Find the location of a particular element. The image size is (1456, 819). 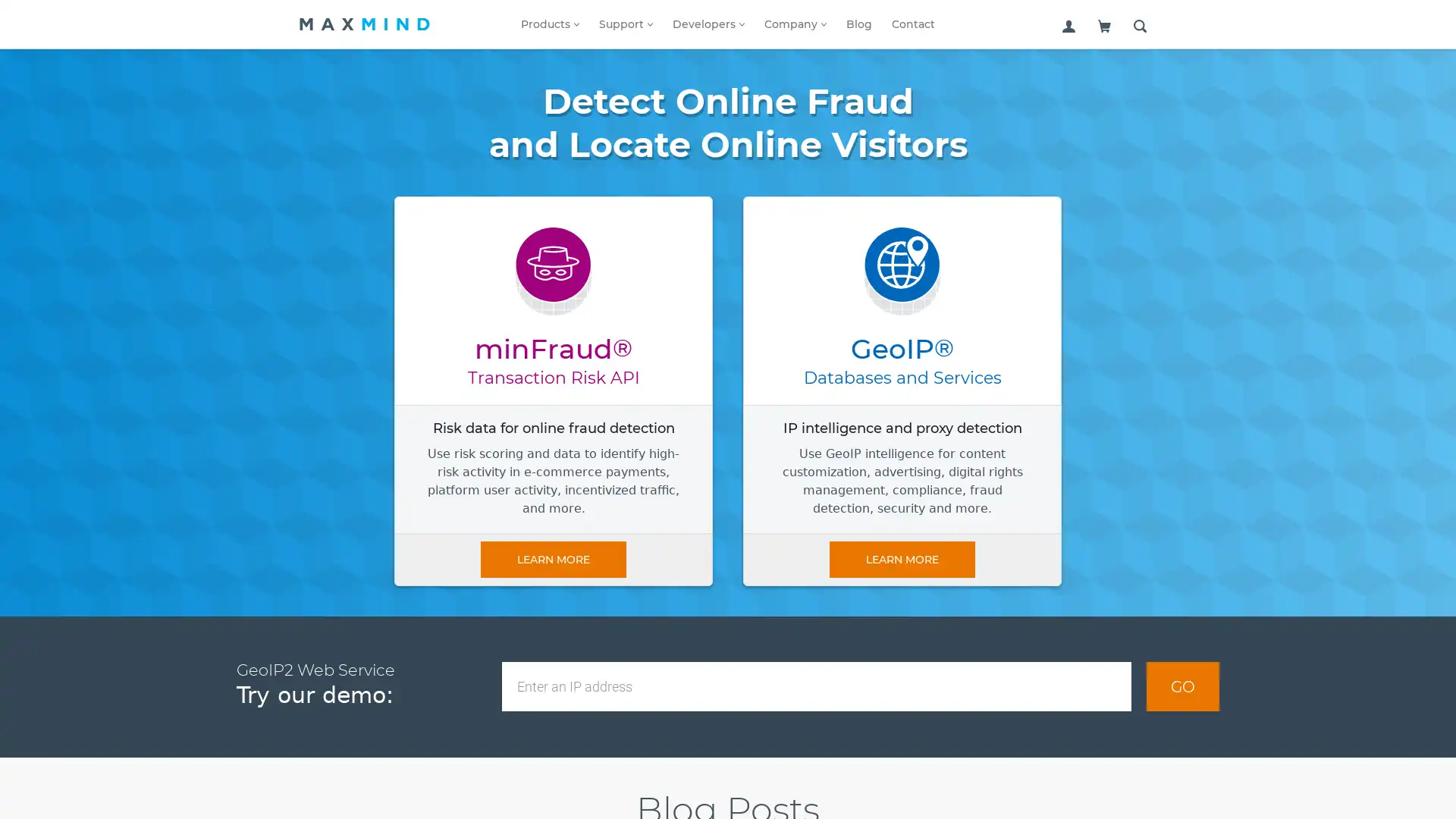

go is located at coordinates (1182, 686).